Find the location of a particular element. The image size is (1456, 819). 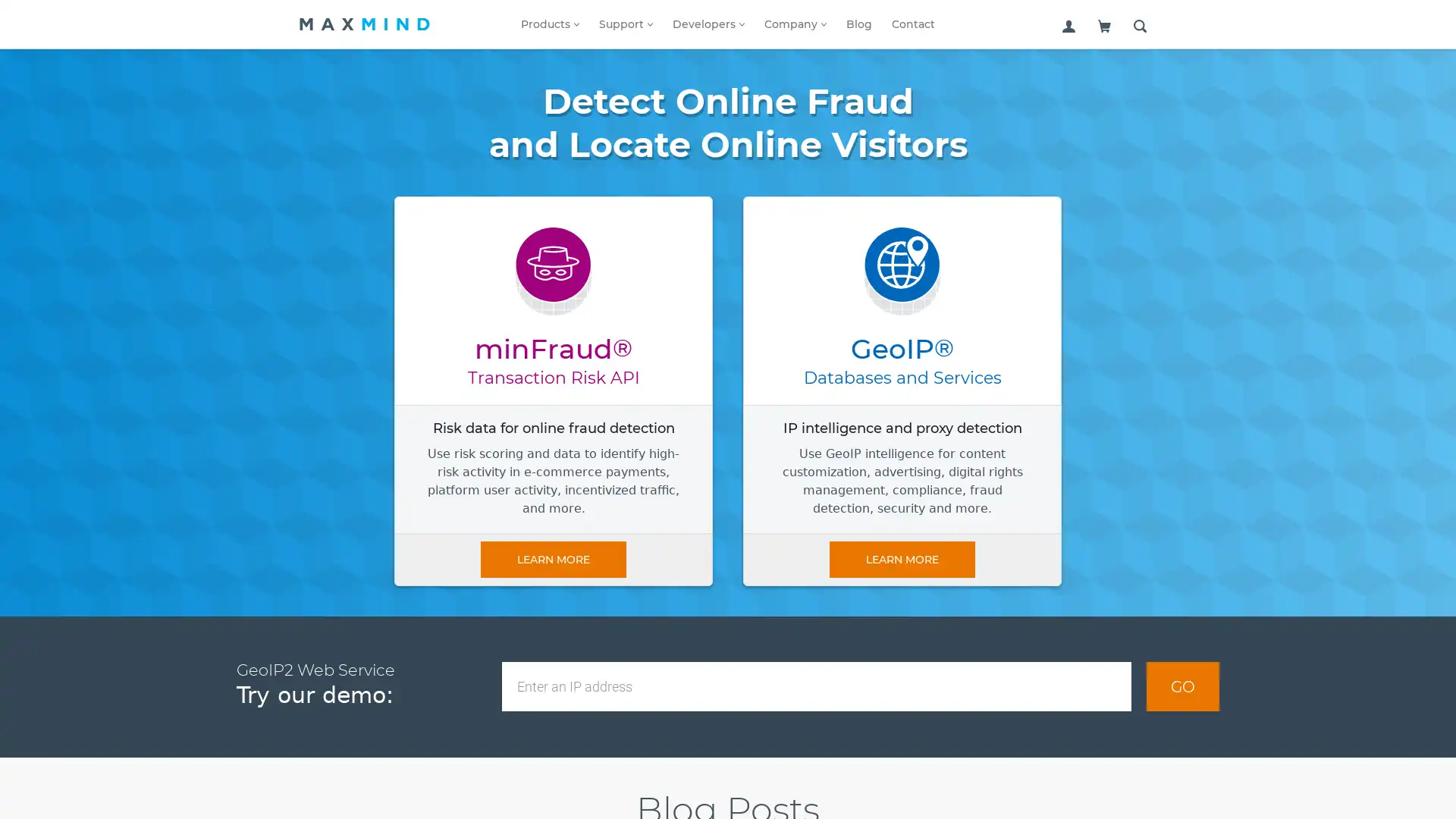

go is located at coordinates (1182, 686).